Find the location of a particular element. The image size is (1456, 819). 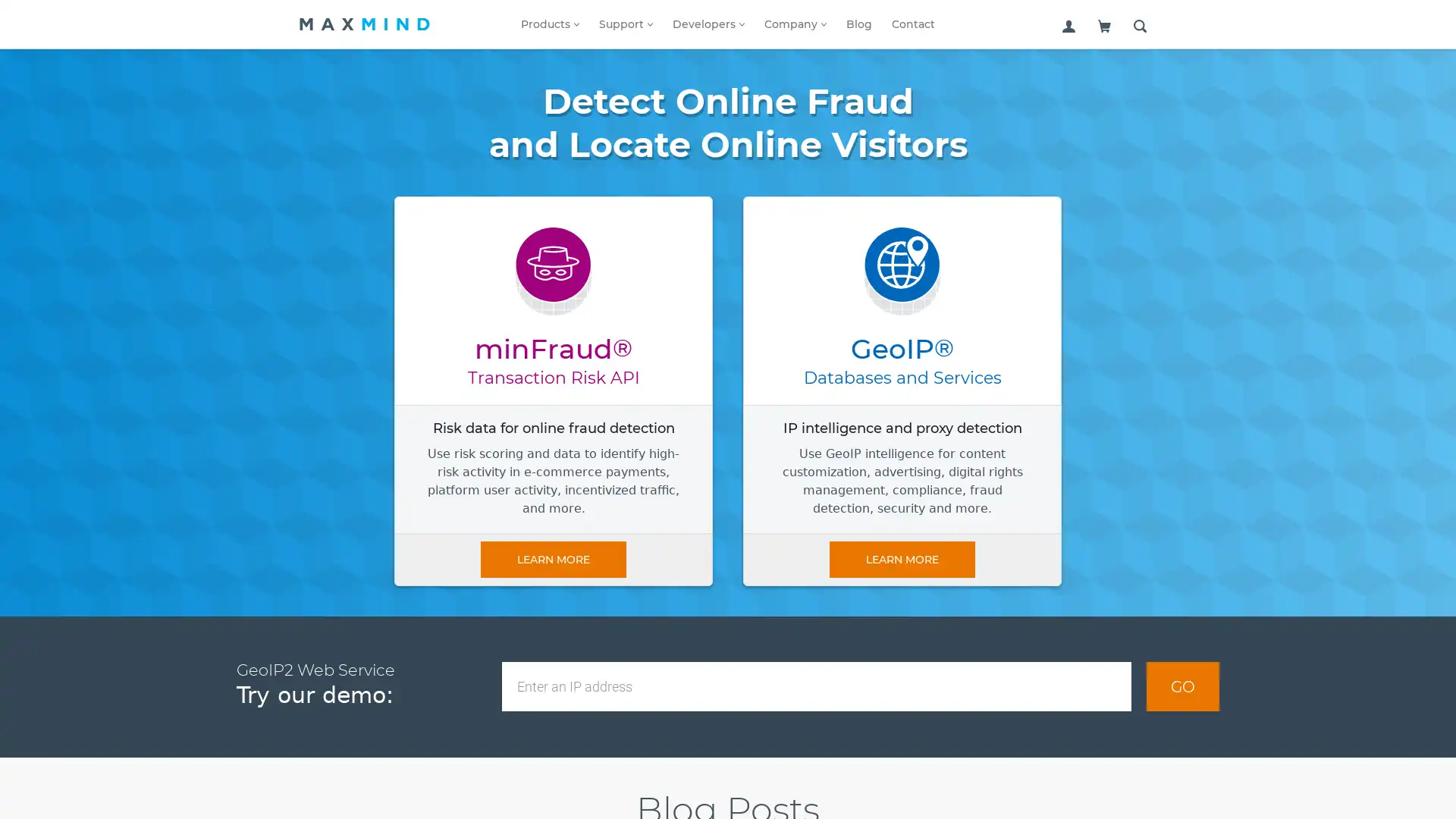

go is located at coordinates (1182, 686).